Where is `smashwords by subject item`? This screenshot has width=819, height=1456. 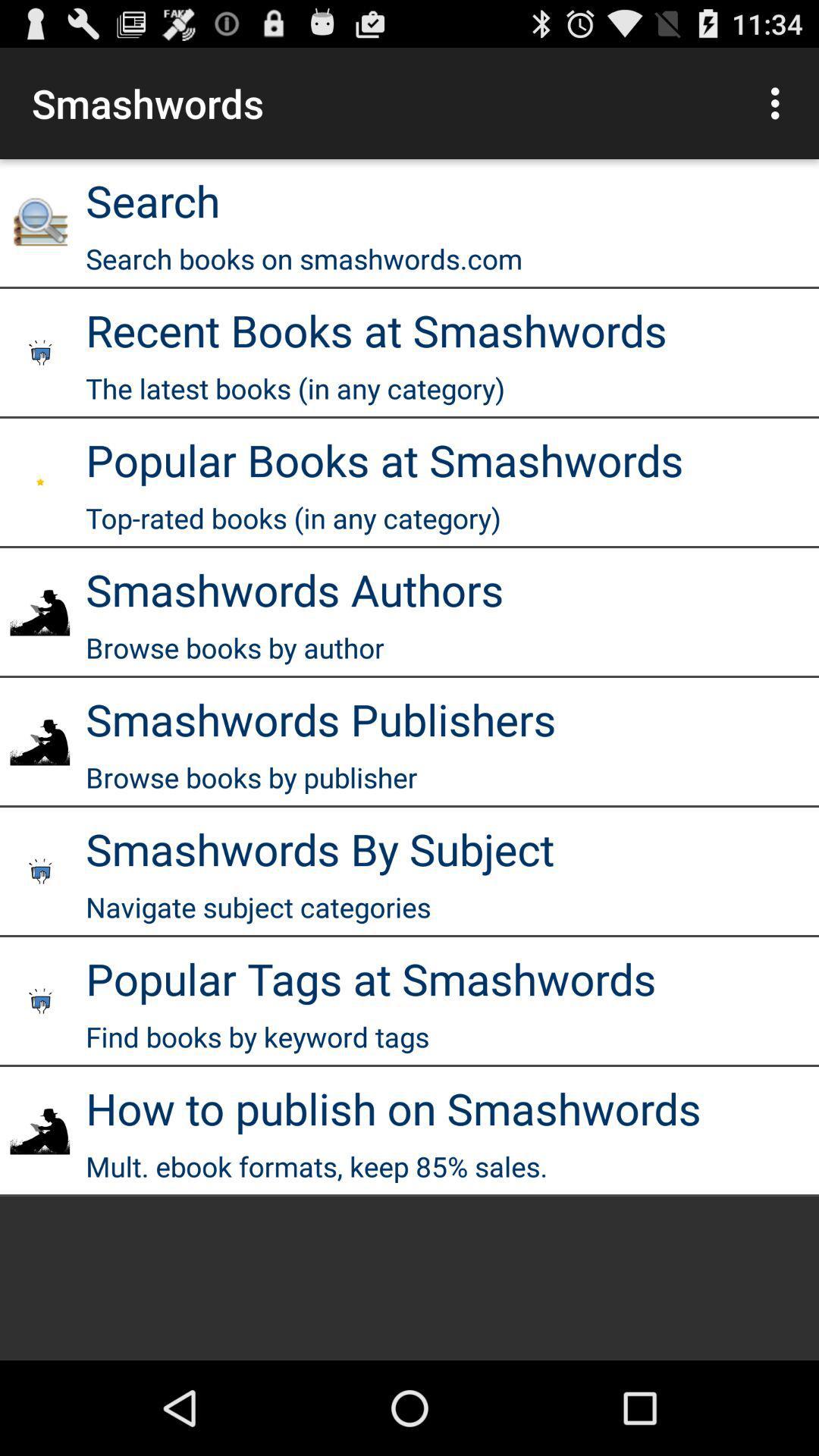 smashwords by subject item is located at coordinates (319, 848).